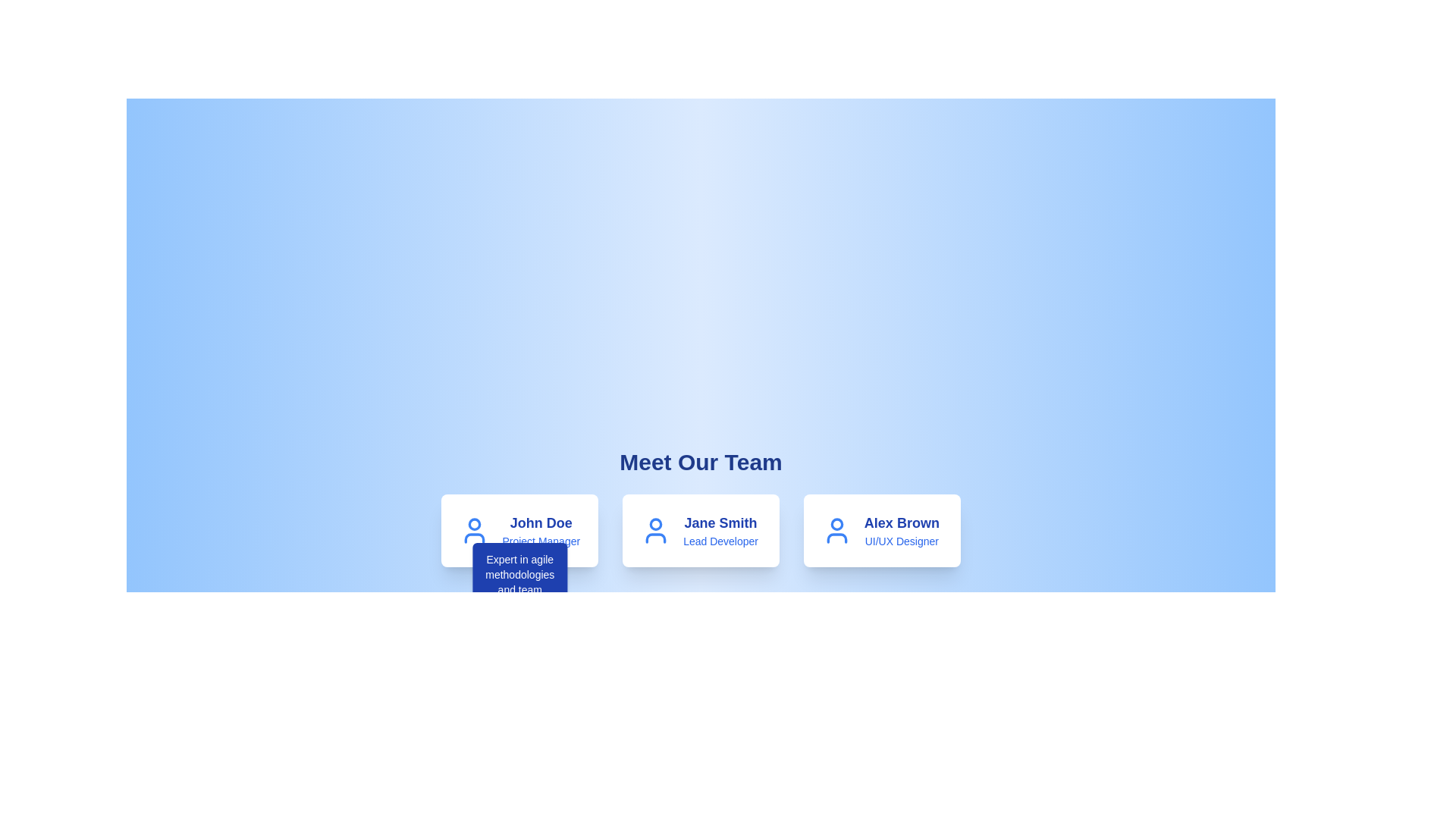  I want to click on text label that describes the job title or position of 'John Doe', which is located beneath his name in the team member card, so click(541, 540).